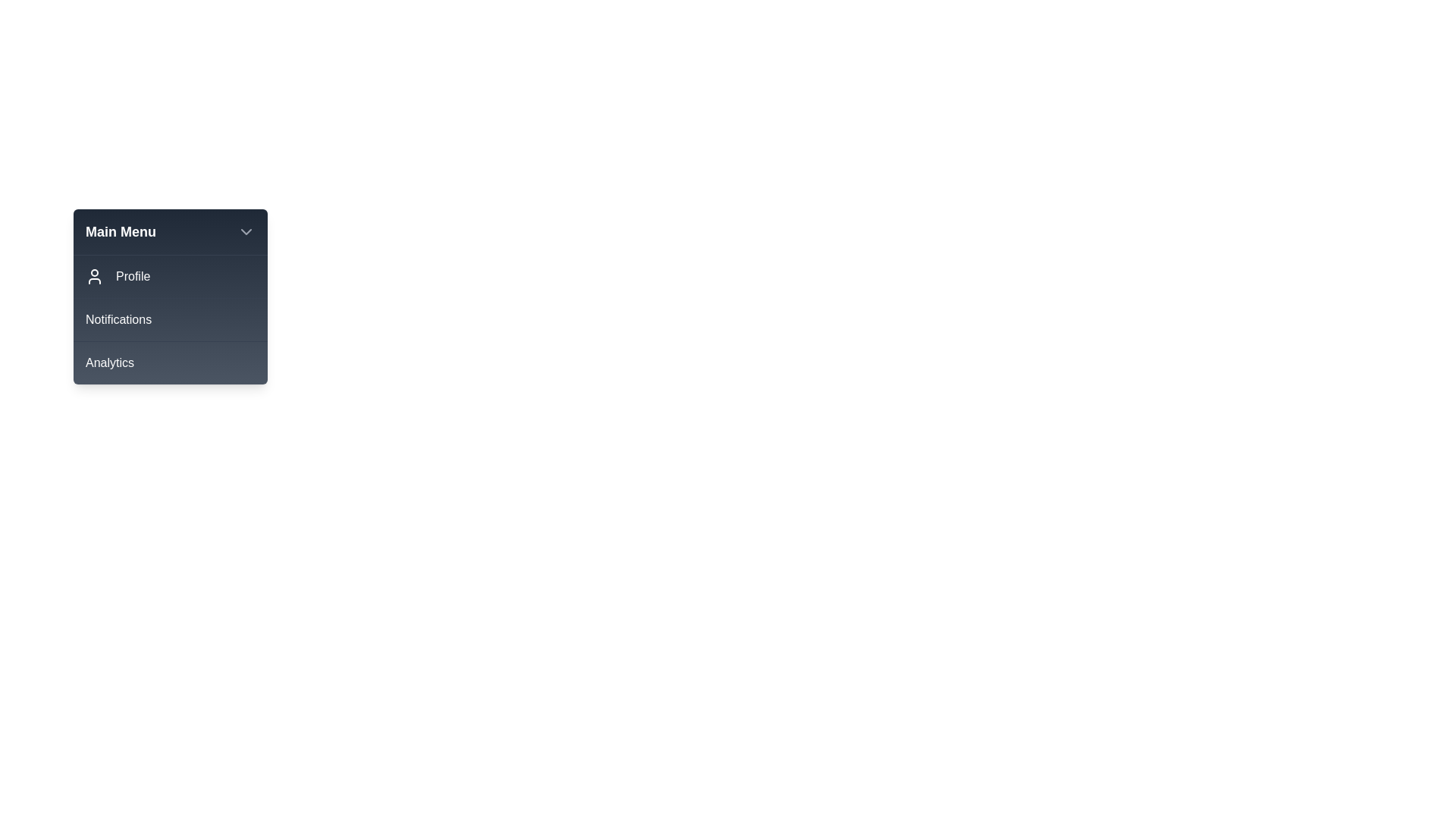 Image resolution: width=1456 pixels, height=819 pixels. What do you see at coordinates (171, 277) in the screenshot?
I see `the menu item Profile from the interactive menu` at bounding box center [171, 277].